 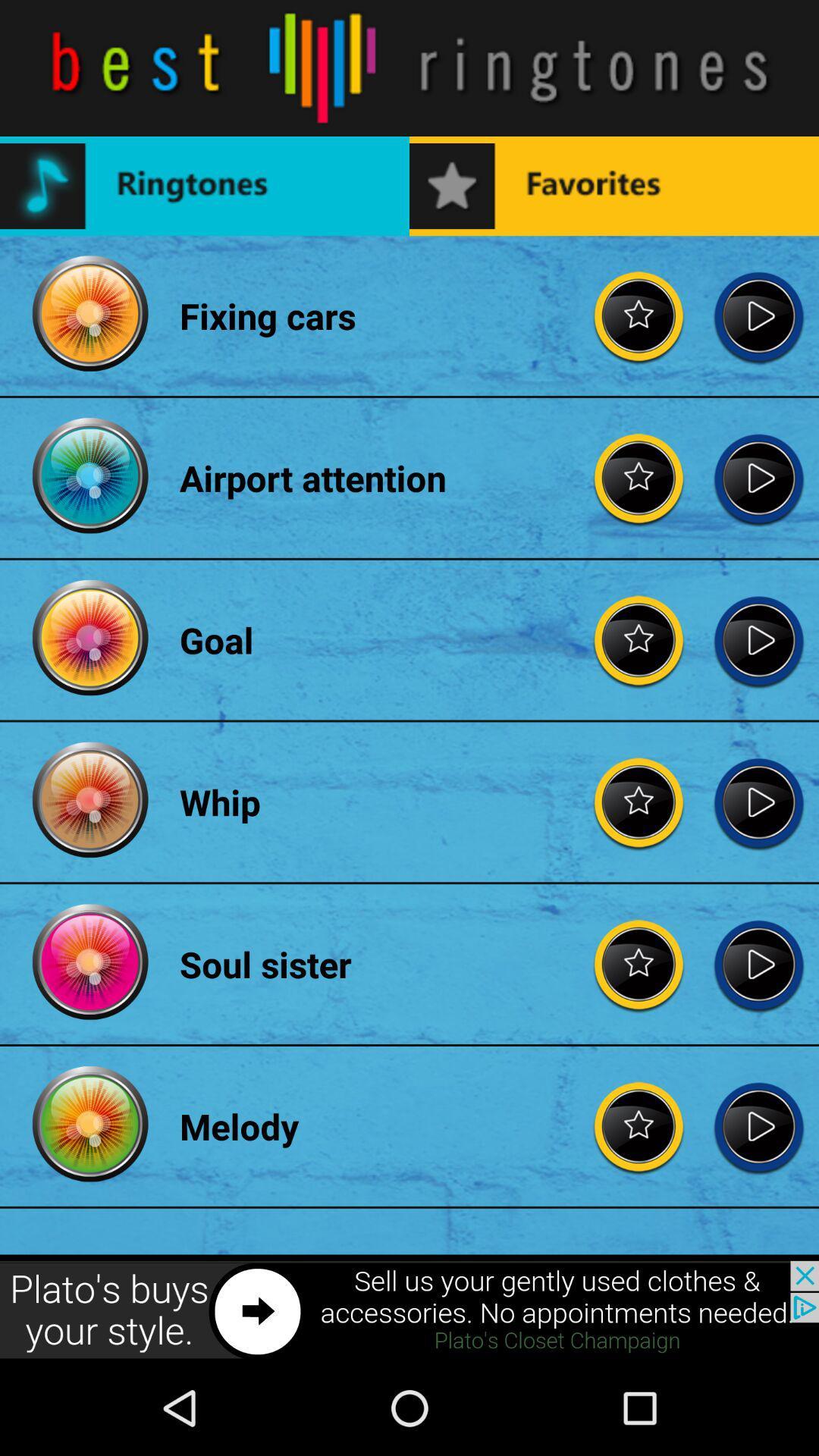 I want to click on for play, so click(x=758, y=801).